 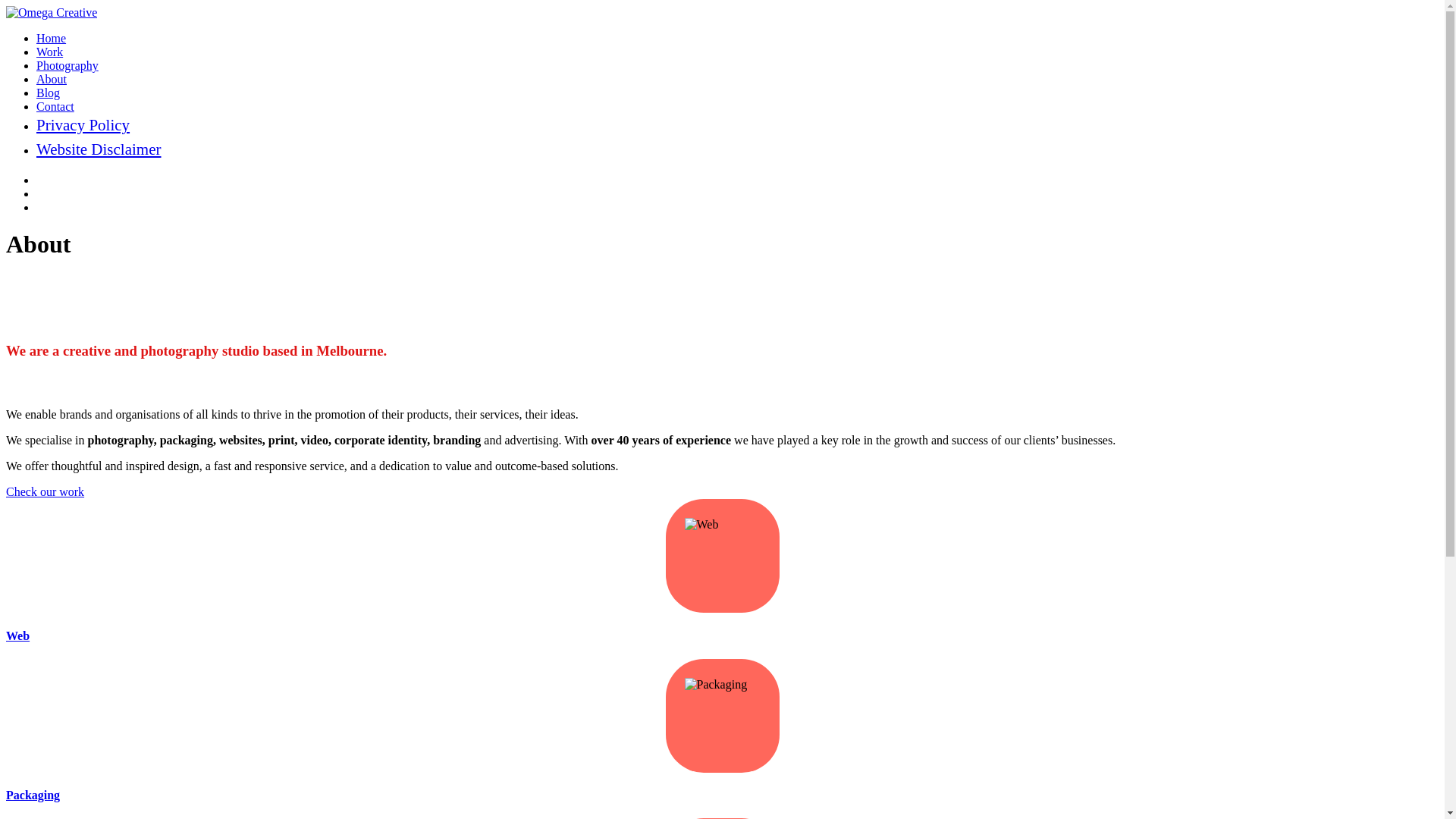 I want to click on 'Blog', so click(x=36, y=93).